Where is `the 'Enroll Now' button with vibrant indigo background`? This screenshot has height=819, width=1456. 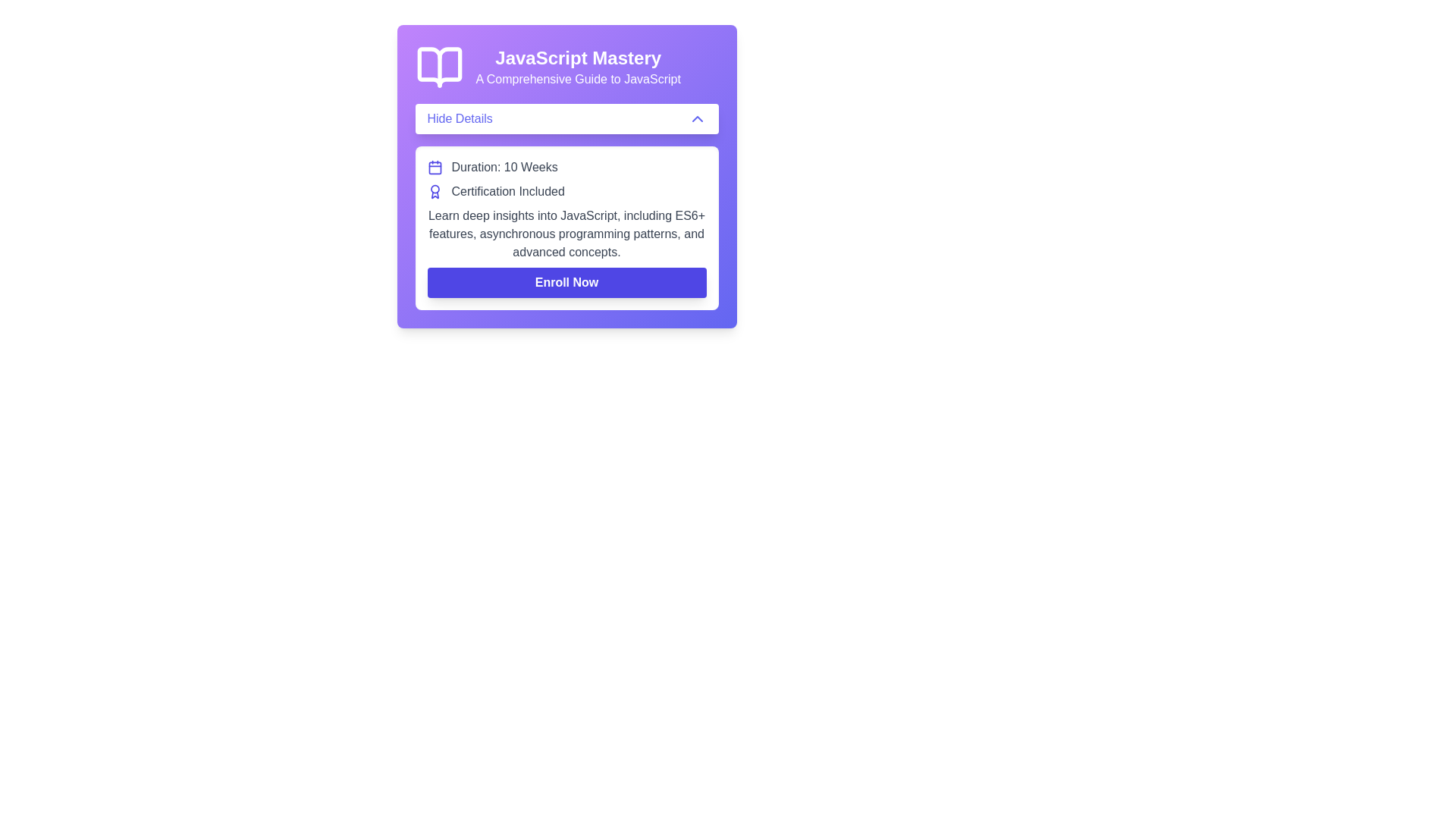
the 'Enroll Now' button with vibrant indigo background is located at coordinates (566, 283).